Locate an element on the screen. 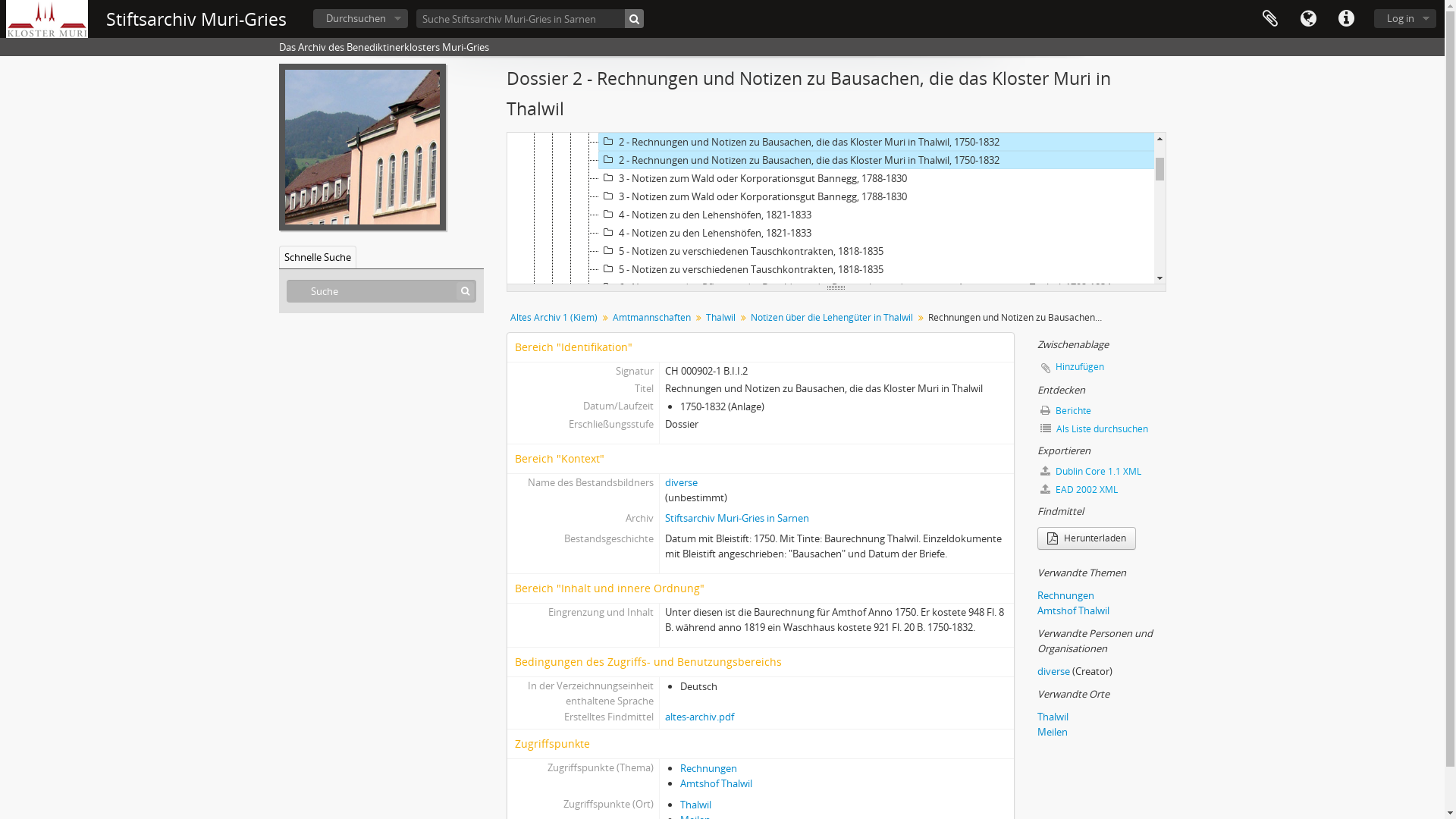 The height and width of the screenshot is (819, 1456). 'Log in' is located at coordinates (1404, 18).